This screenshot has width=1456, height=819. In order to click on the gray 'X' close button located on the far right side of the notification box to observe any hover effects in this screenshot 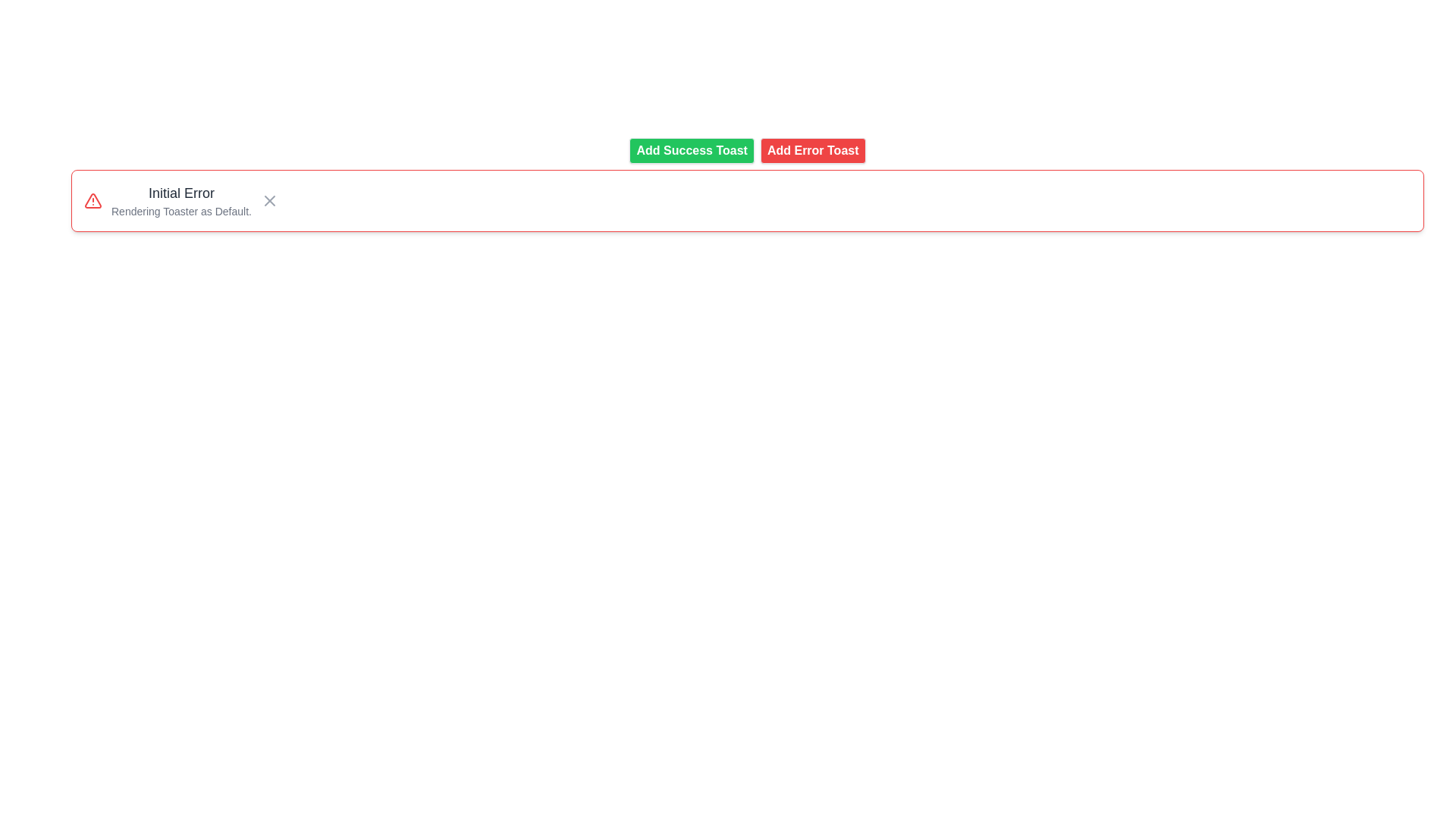, I will do `click(269, 200)`.